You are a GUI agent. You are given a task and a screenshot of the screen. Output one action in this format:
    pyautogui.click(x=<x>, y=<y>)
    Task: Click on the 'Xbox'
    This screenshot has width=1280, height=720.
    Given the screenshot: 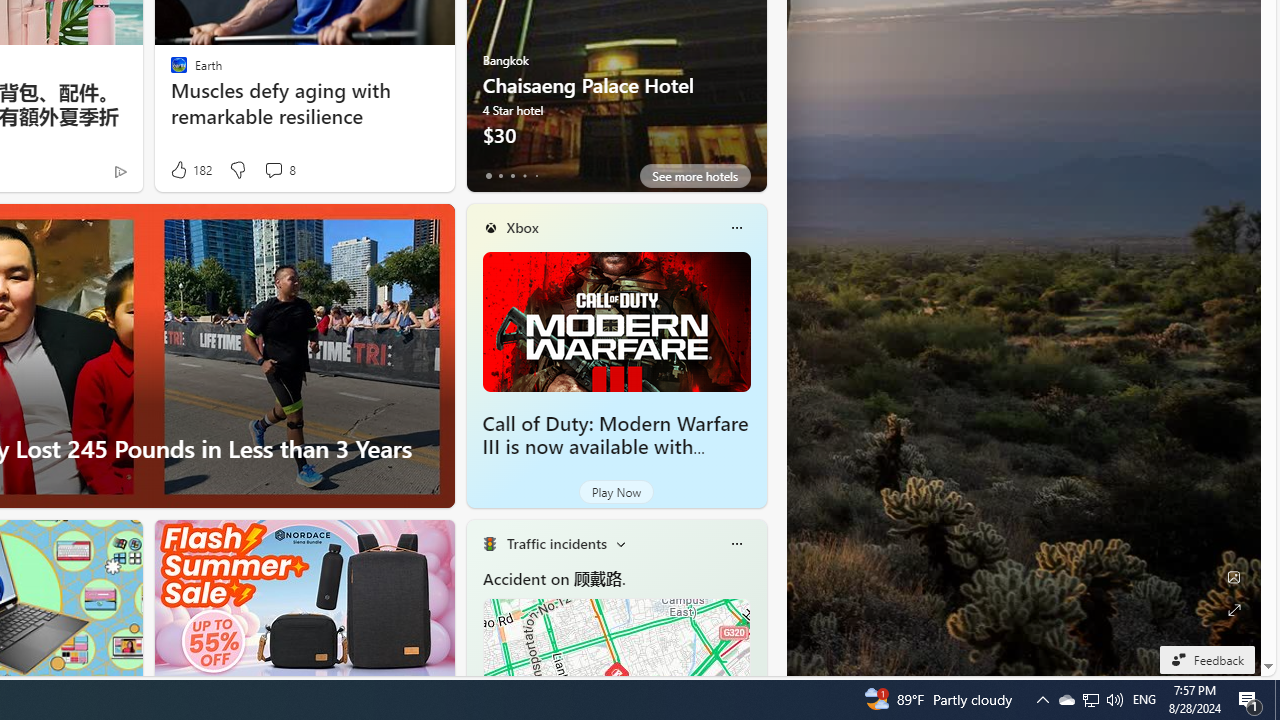 What is the action you would take?
    pyautogui.click(x=522, y=226)
    